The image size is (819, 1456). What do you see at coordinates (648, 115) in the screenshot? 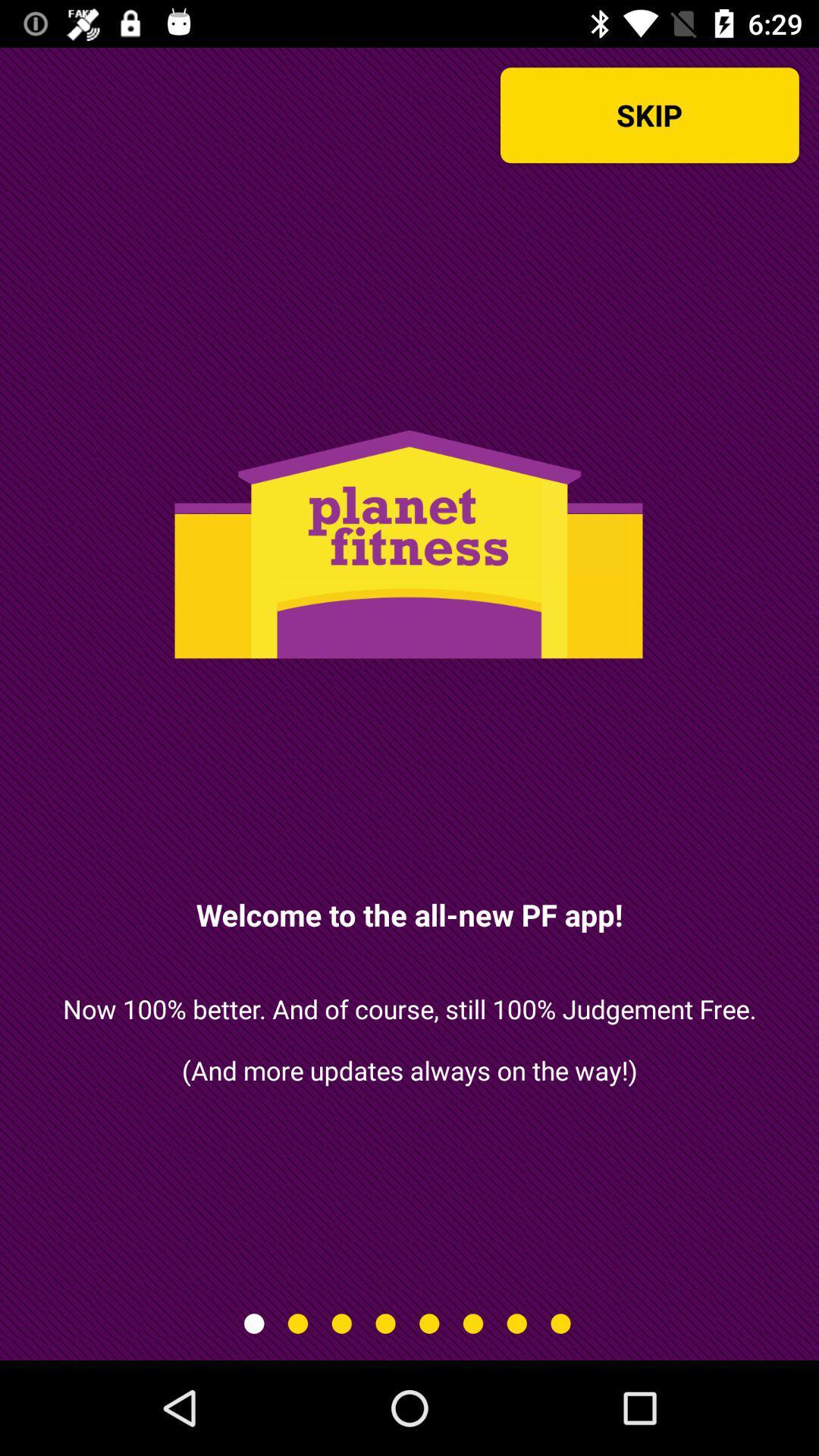
I see `the icon at the top right corner` at bounding box center [648, 115].